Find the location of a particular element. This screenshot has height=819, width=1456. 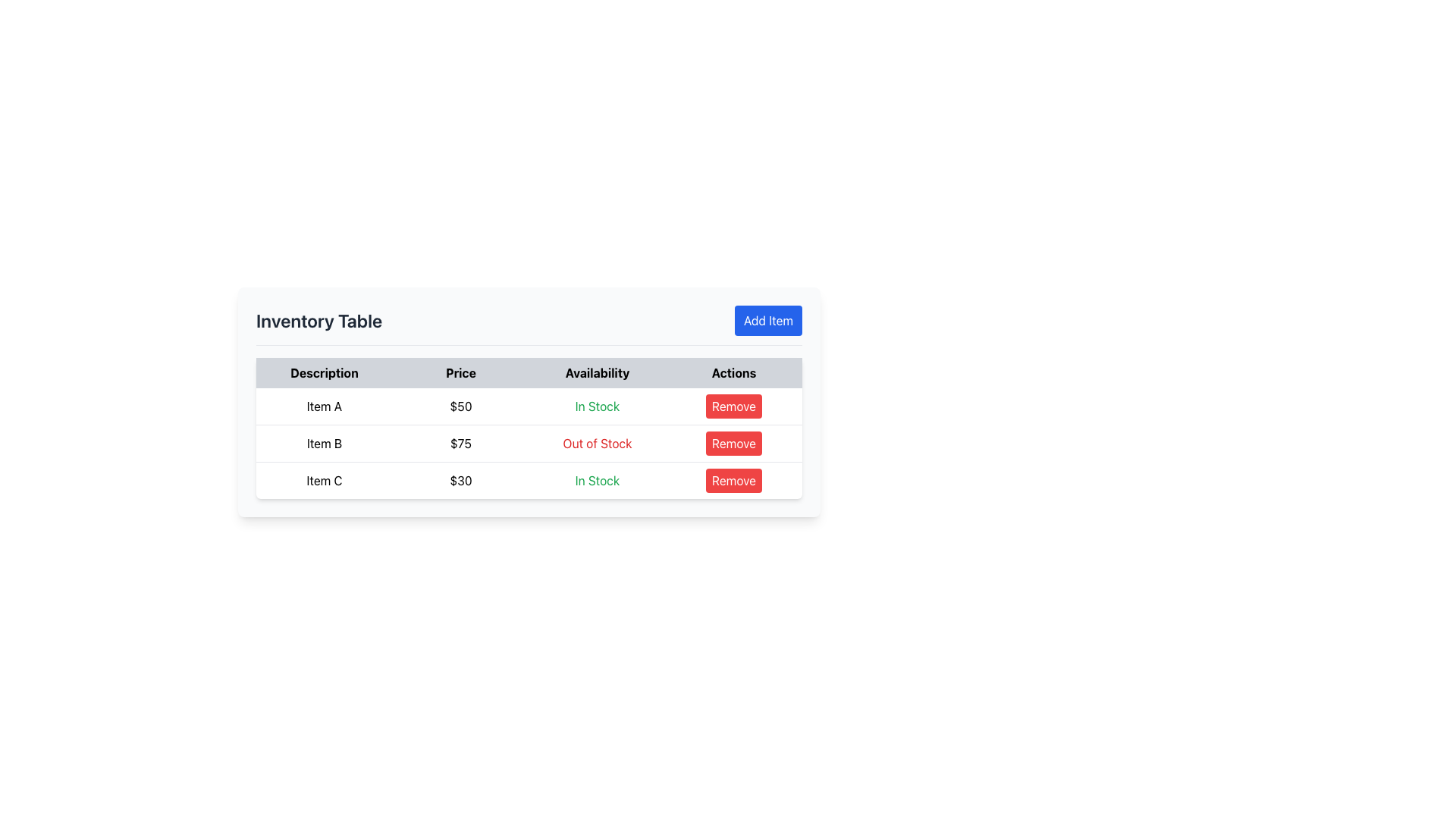

status indicator text that shows the availability of Item C in the inventory table, located in the 'Availability' column of the third row, following the text '$30' is located at coordinates (596, 479).